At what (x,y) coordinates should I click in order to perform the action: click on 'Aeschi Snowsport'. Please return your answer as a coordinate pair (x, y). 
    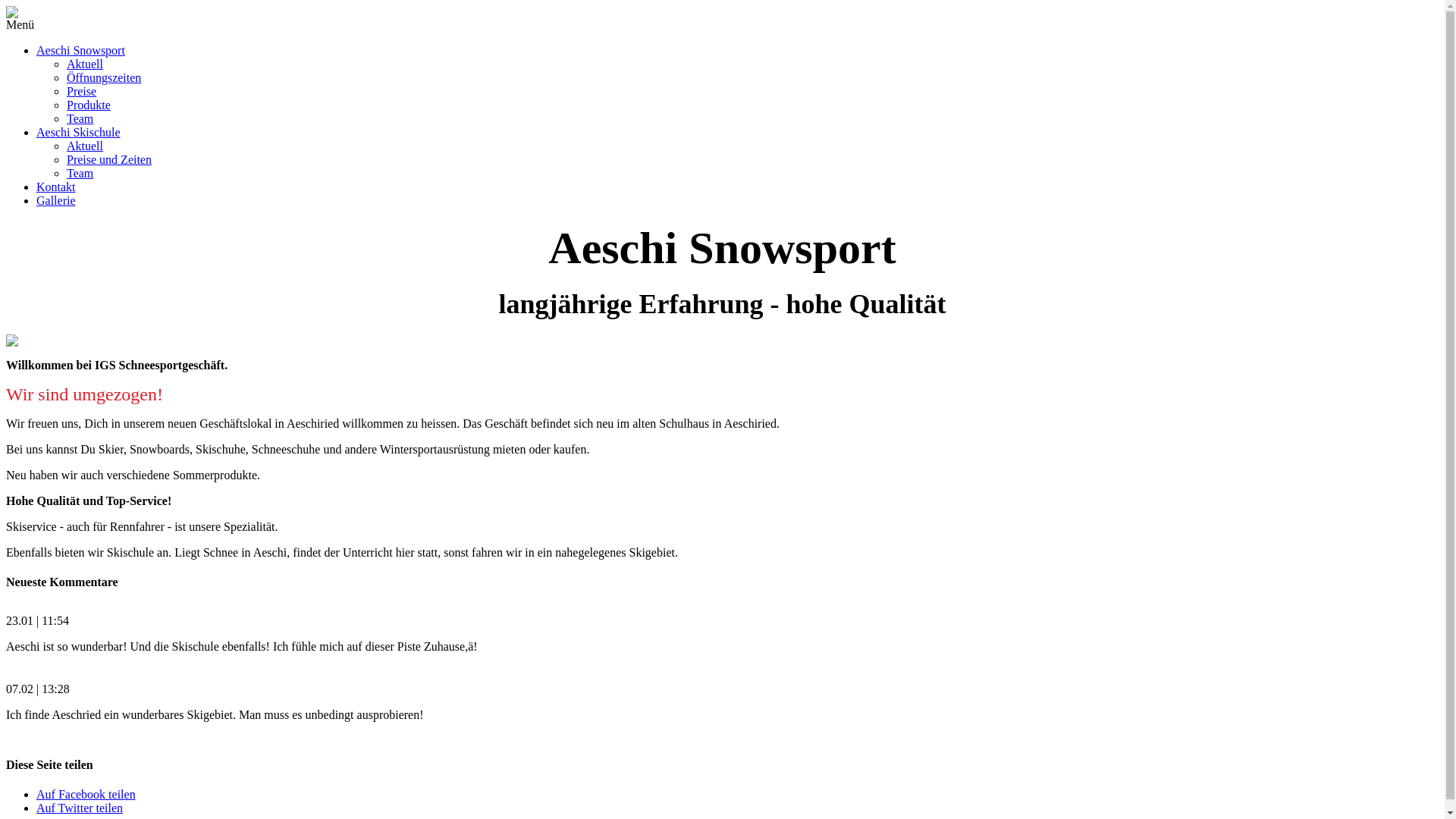
    Looking at the image, I should click on (80, 49).